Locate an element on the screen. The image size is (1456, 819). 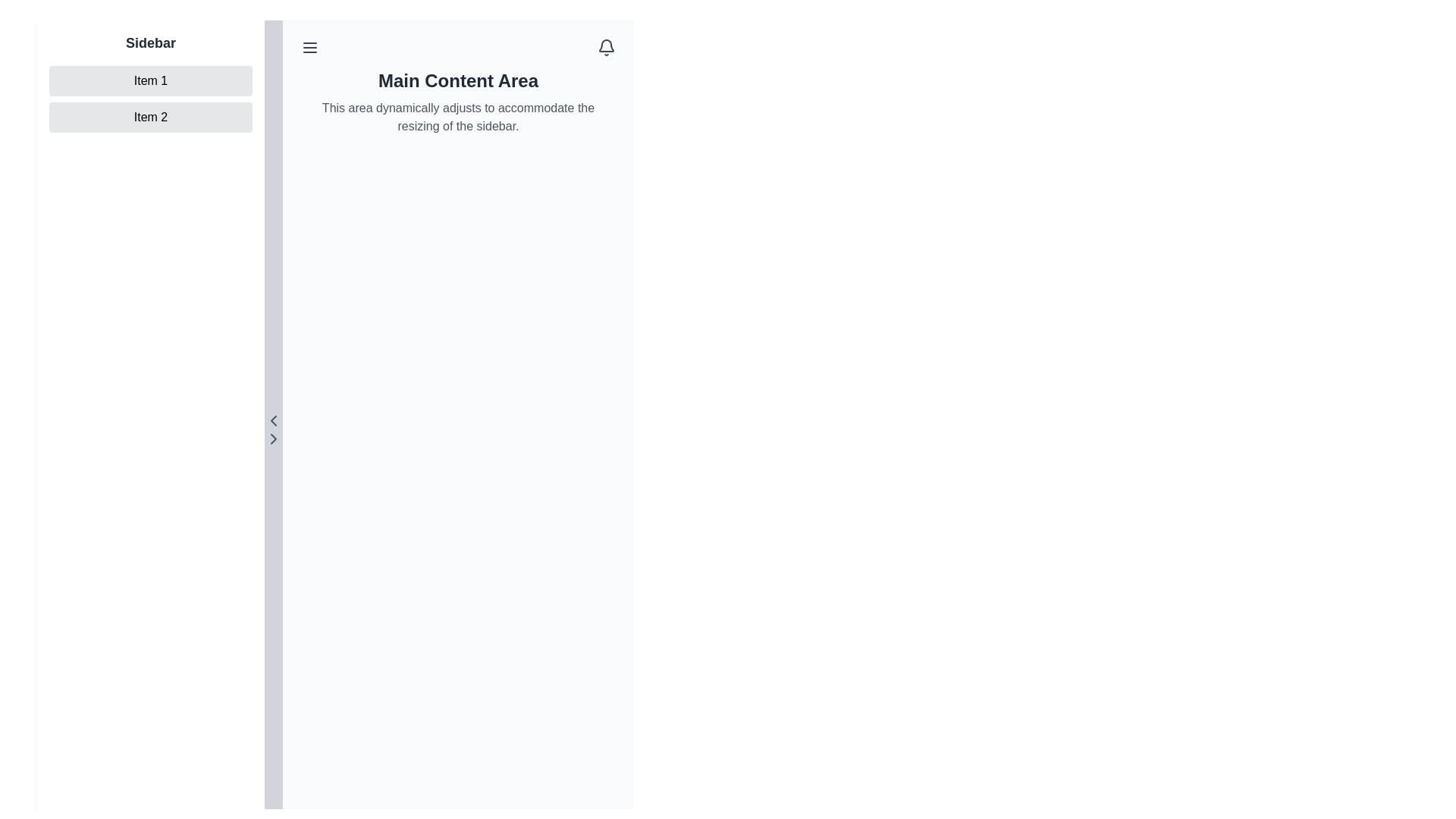
the 'Sidebar' text label, which is styled with a larger font size and bold weight, located at the top center of the sidebar layout area is located at coordinates (150, 42).